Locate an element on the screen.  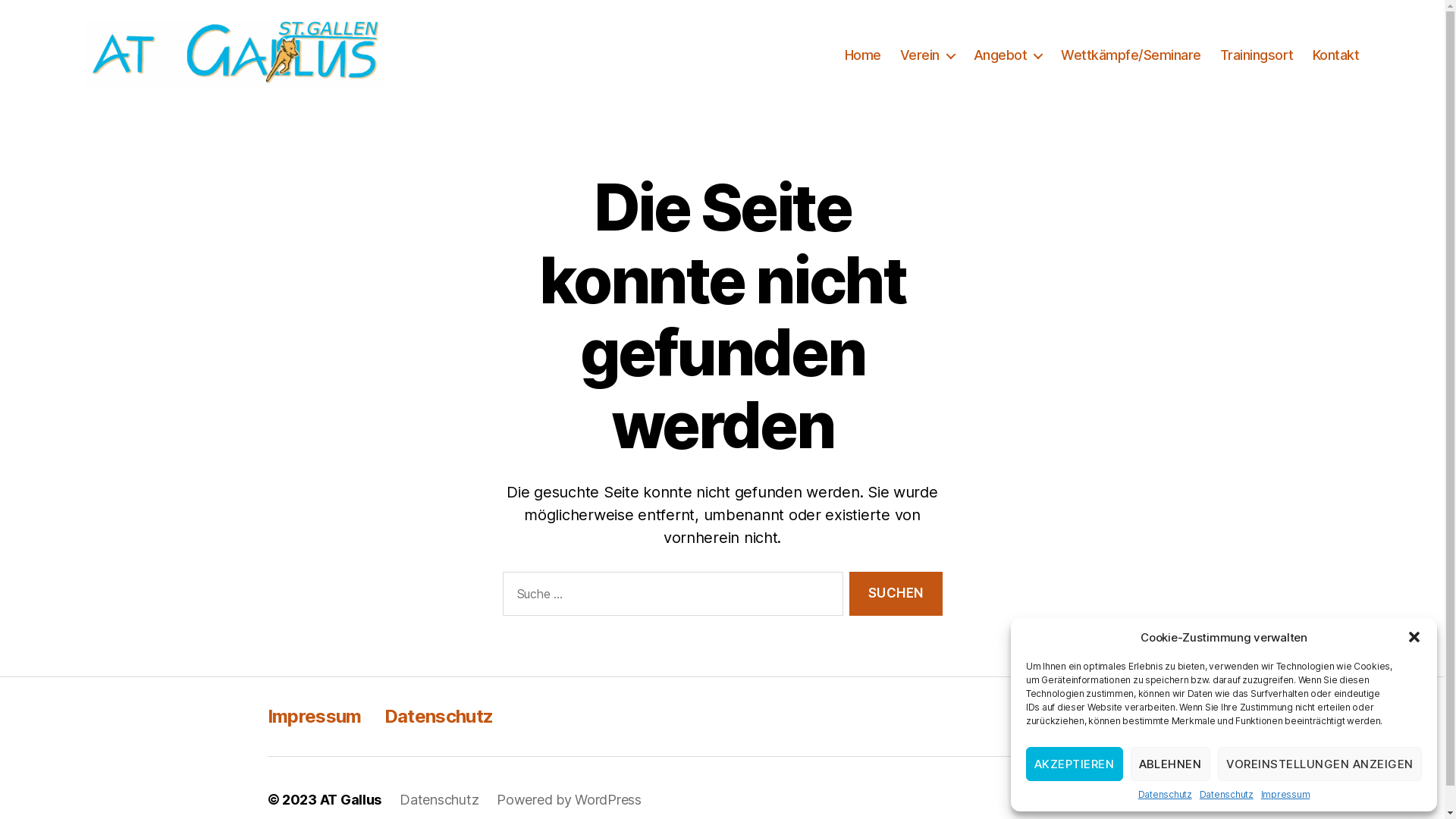
'Datenschutz' is located at coordinates (384, 716).